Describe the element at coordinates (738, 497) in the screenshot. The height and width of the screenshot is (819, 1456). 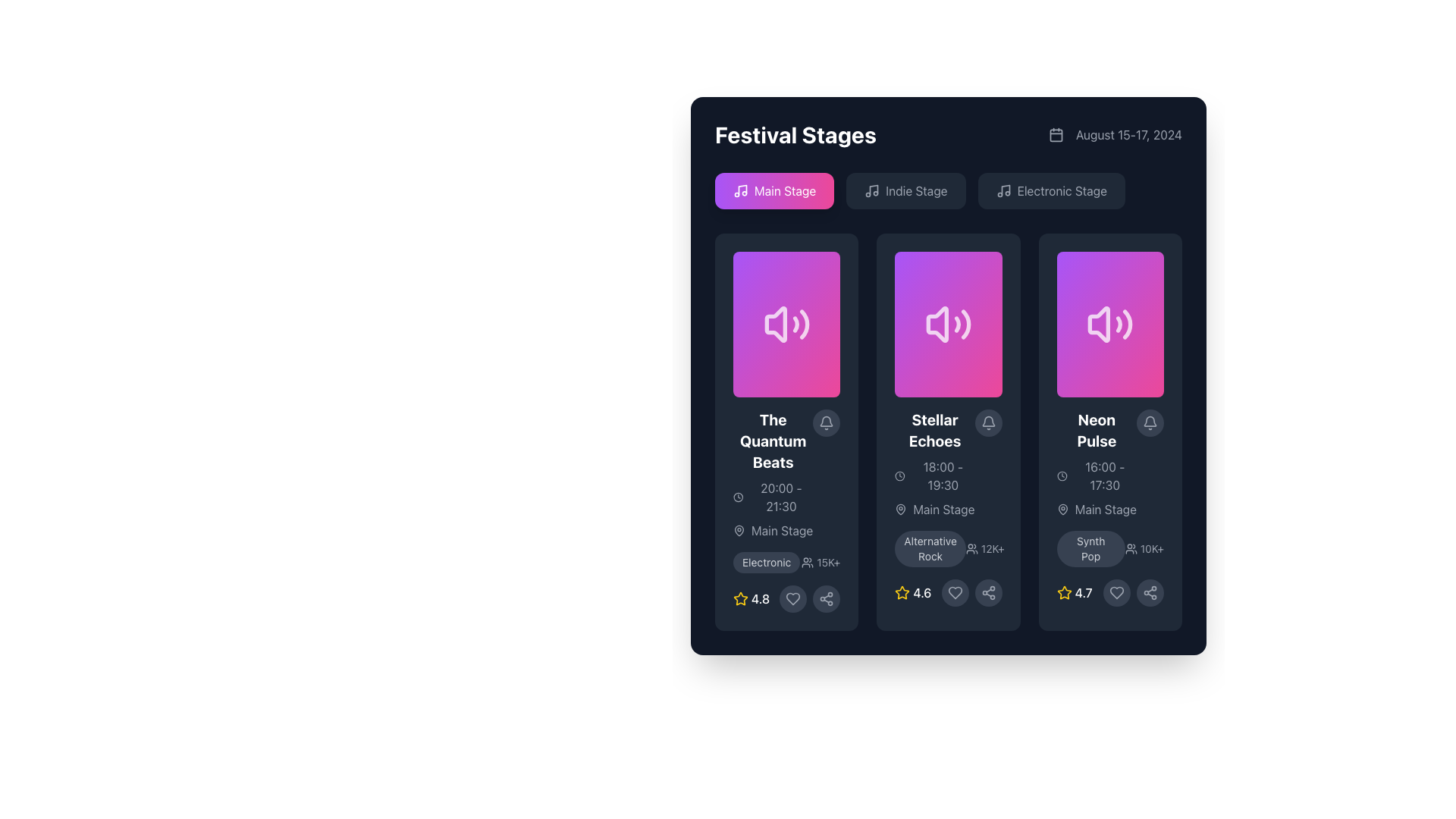
I see `the clock icon located in the top-left corner of the 'The Quantum Beats' card, adjacent to the '20:00 - 21:30' text field` at that location.